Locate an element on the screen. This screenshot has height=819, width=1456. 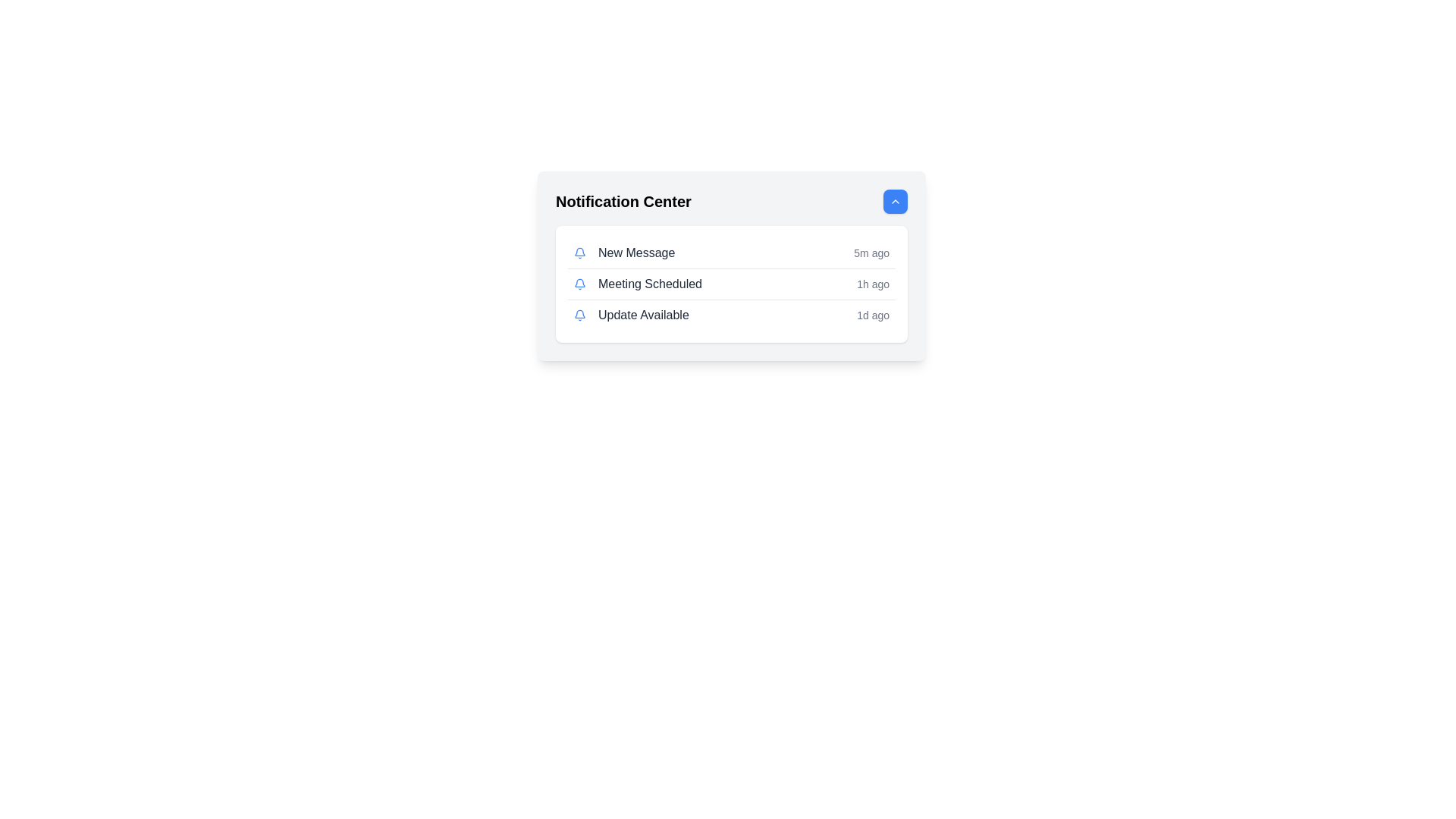
the button located in the top-right corner of the 'Notification Center' section is located at coordinates (895, 201).